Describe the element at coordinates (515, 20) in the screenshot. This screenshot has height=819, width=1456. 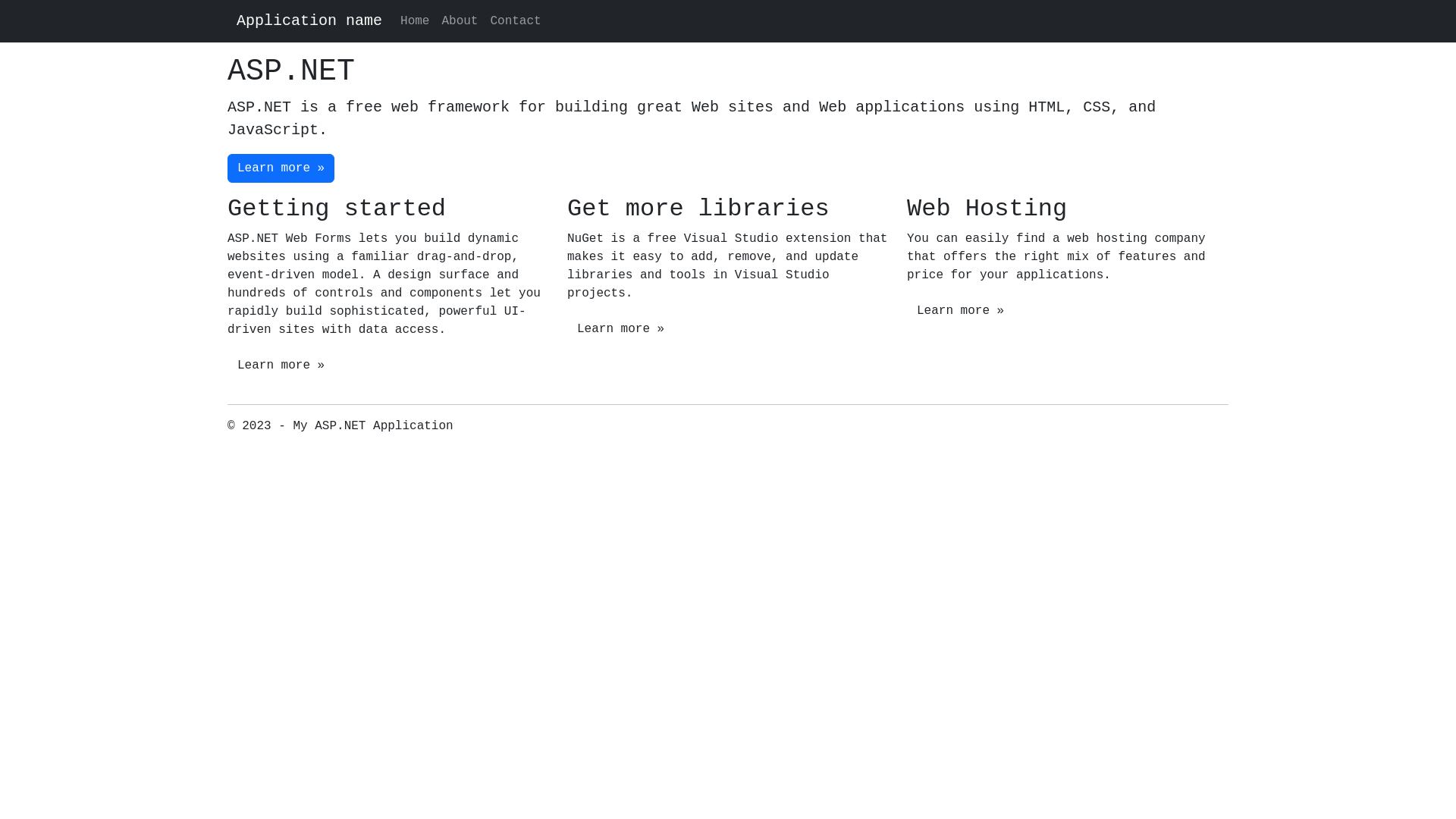
I see `'Contact'` at that location.